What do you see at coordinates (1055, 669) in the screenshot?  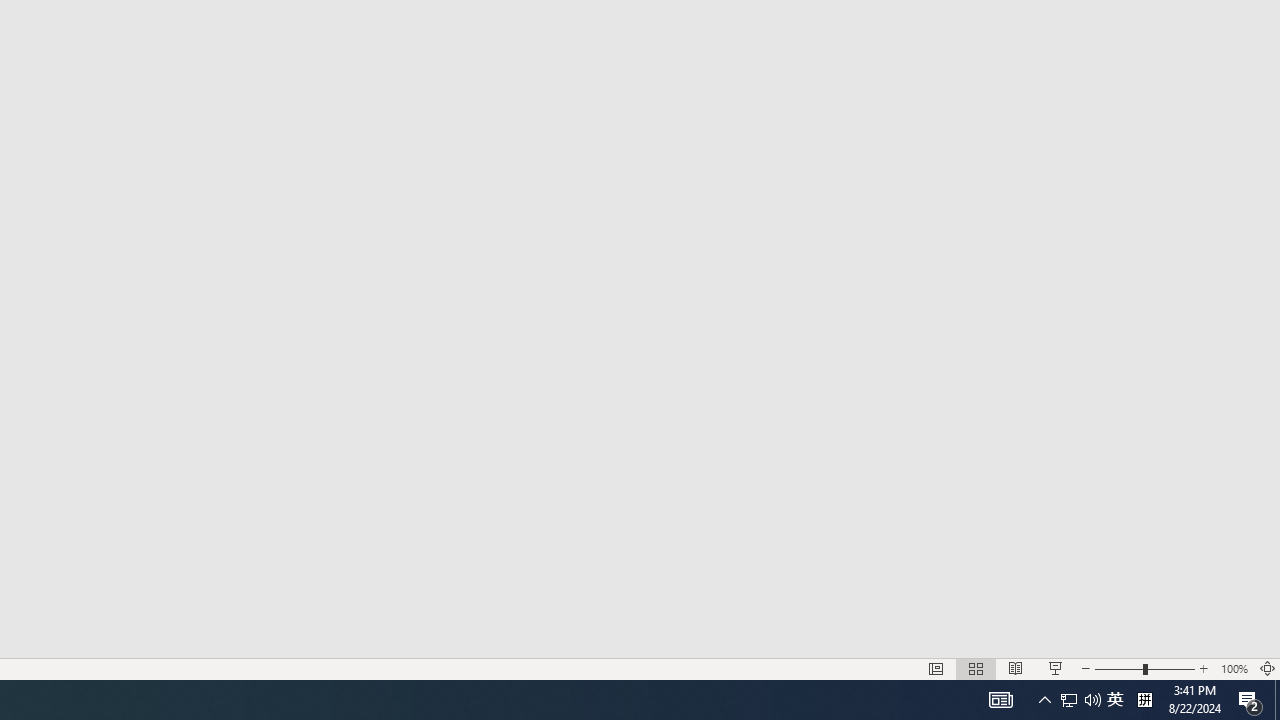 I see `'Slide Show'` at bounding box center [1055, 669].